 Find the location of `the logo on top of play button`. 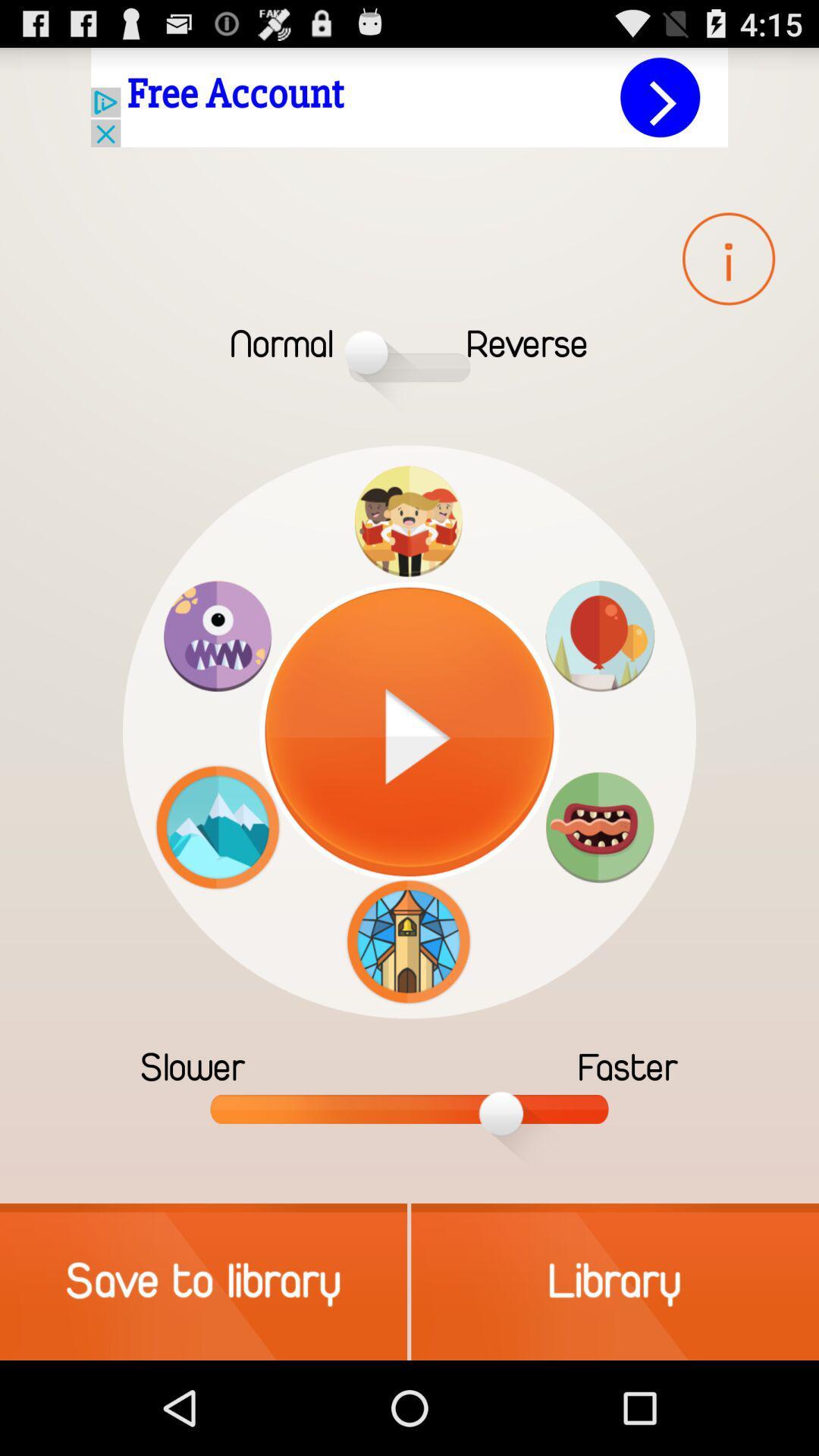

the logo on top of play button is located at coordinates (408, 521).